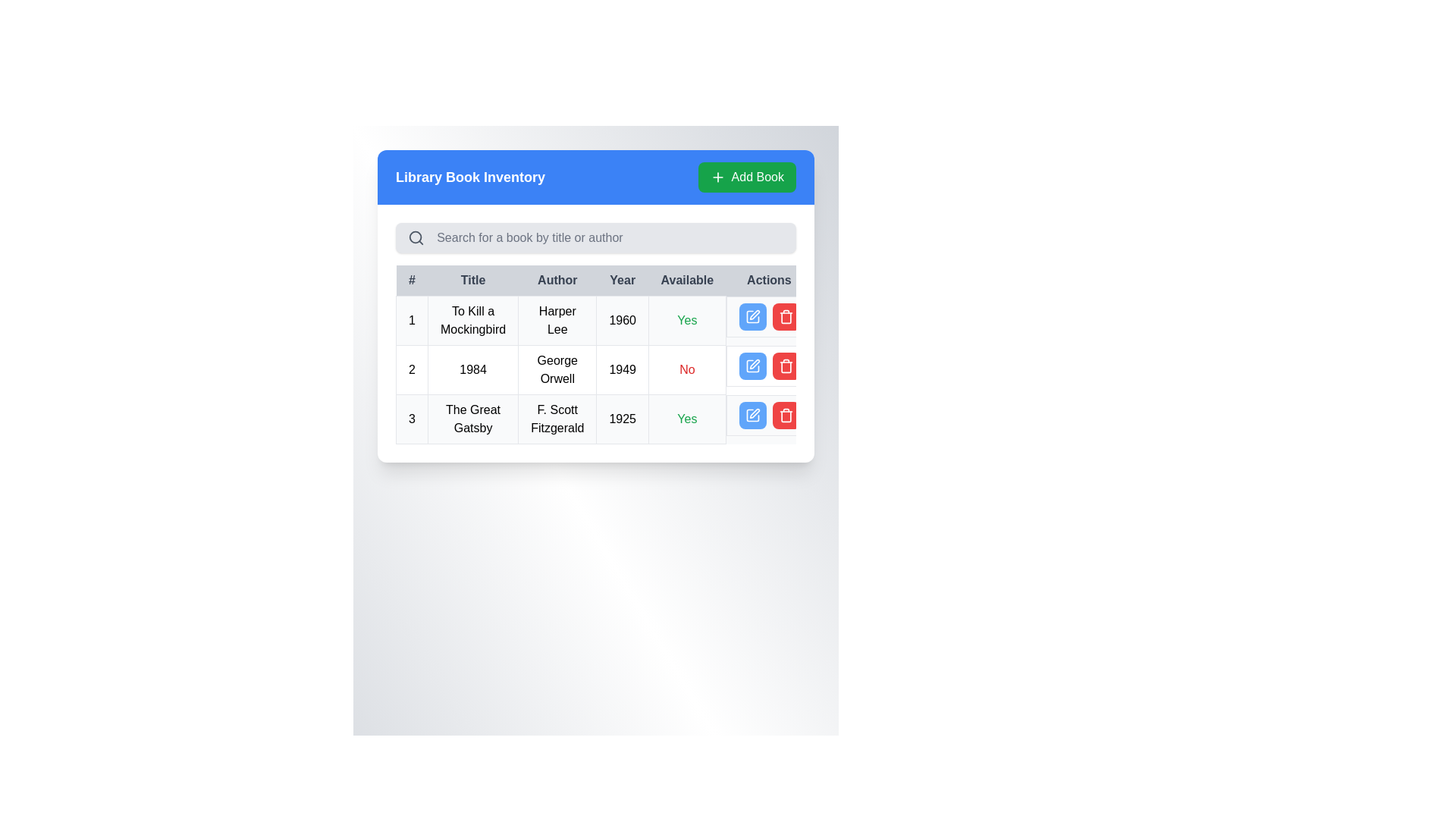 Image resolution: width=1456 pixels, height=819 pixels. I want to click on the 'Title' text label located in the second column of the table header, which is styled with a light gray background and displays the word 'Title' in bold, so click(472, 281).